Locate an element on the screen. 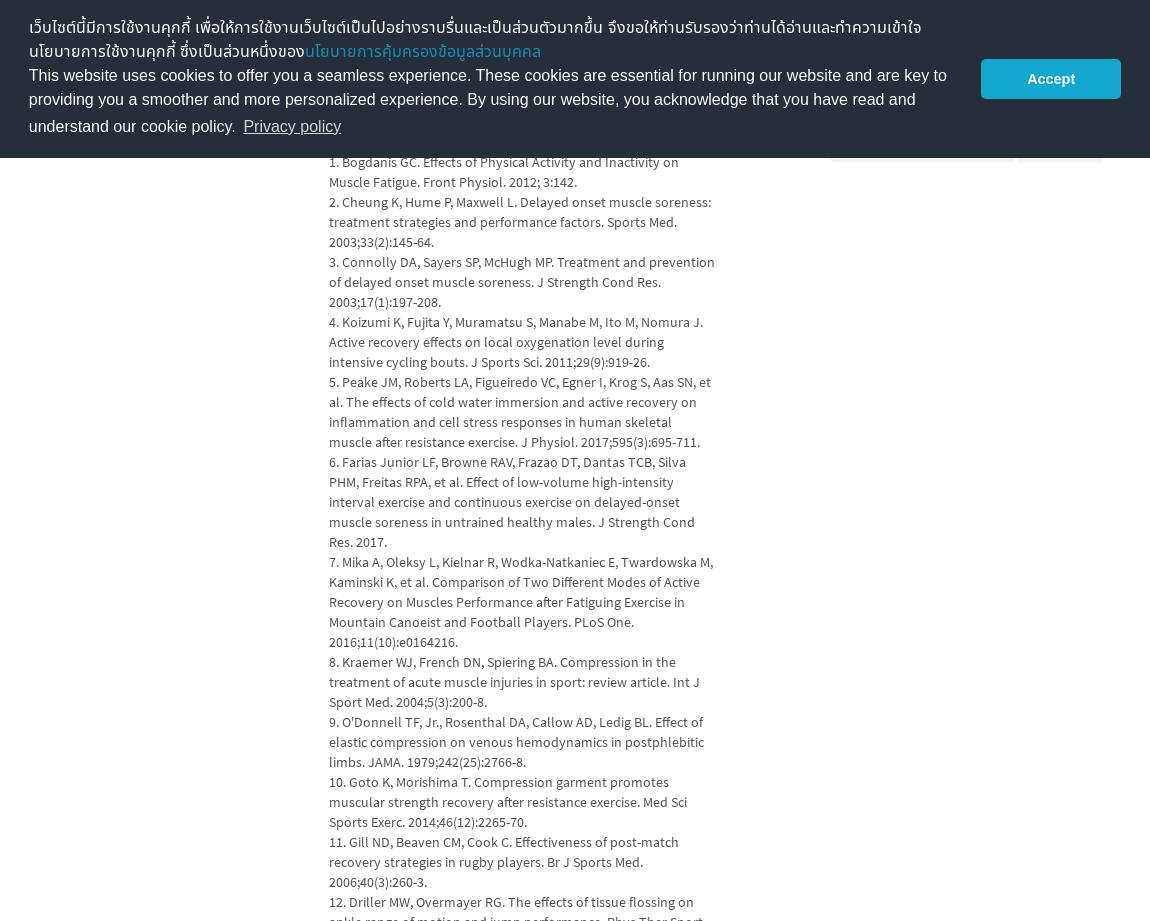  '1. Bogdanis GC. Effects of Physical Activity and Inactivity on Muscle Fatigue. Front Physiol. 2012; 3:142.' is located at coordinates (503, 171).